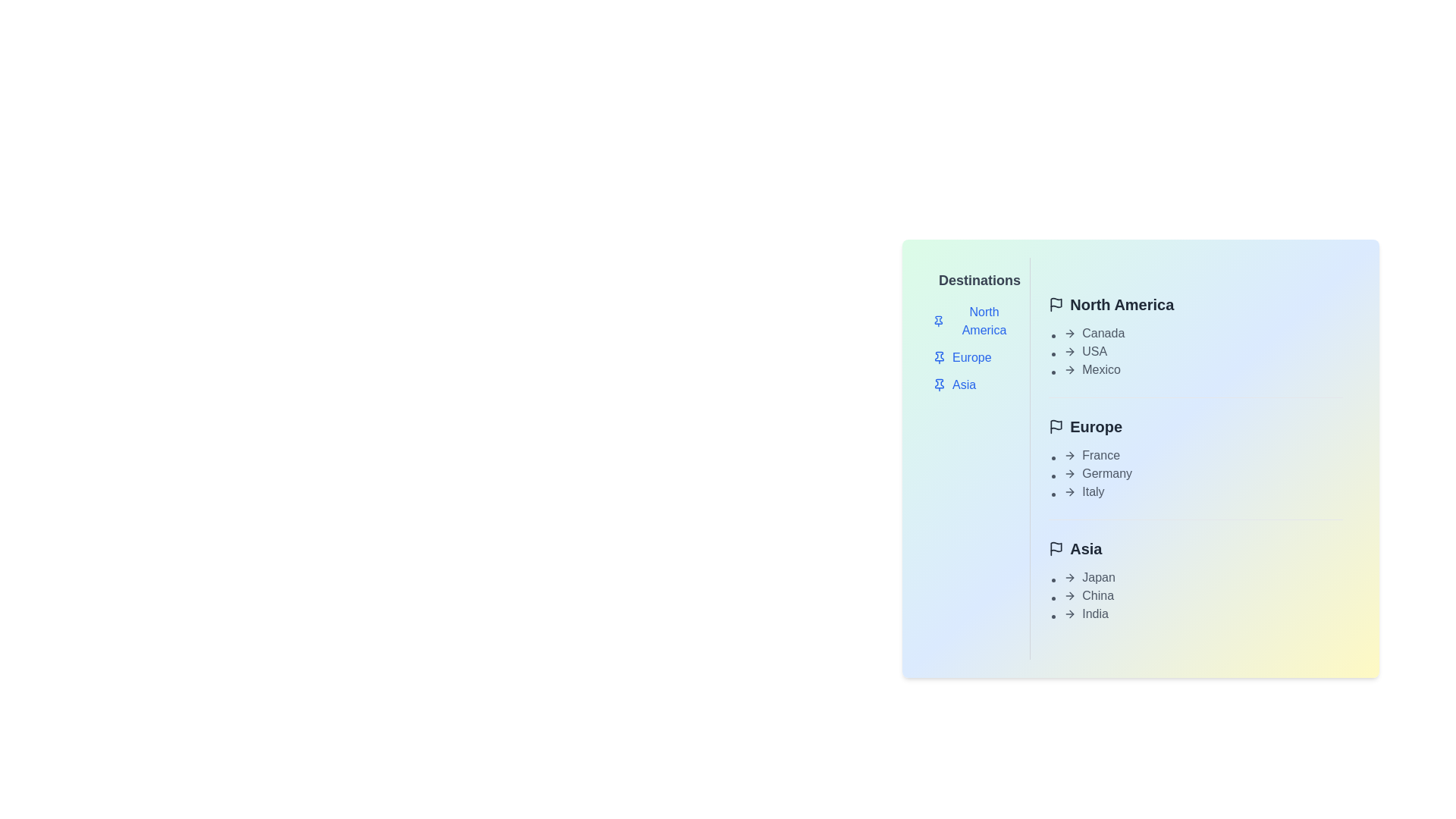 The height and width of the screenshot is (819, 1456). I want to click on the decorative icon for the list item 'Italy', so click(1071, 491).